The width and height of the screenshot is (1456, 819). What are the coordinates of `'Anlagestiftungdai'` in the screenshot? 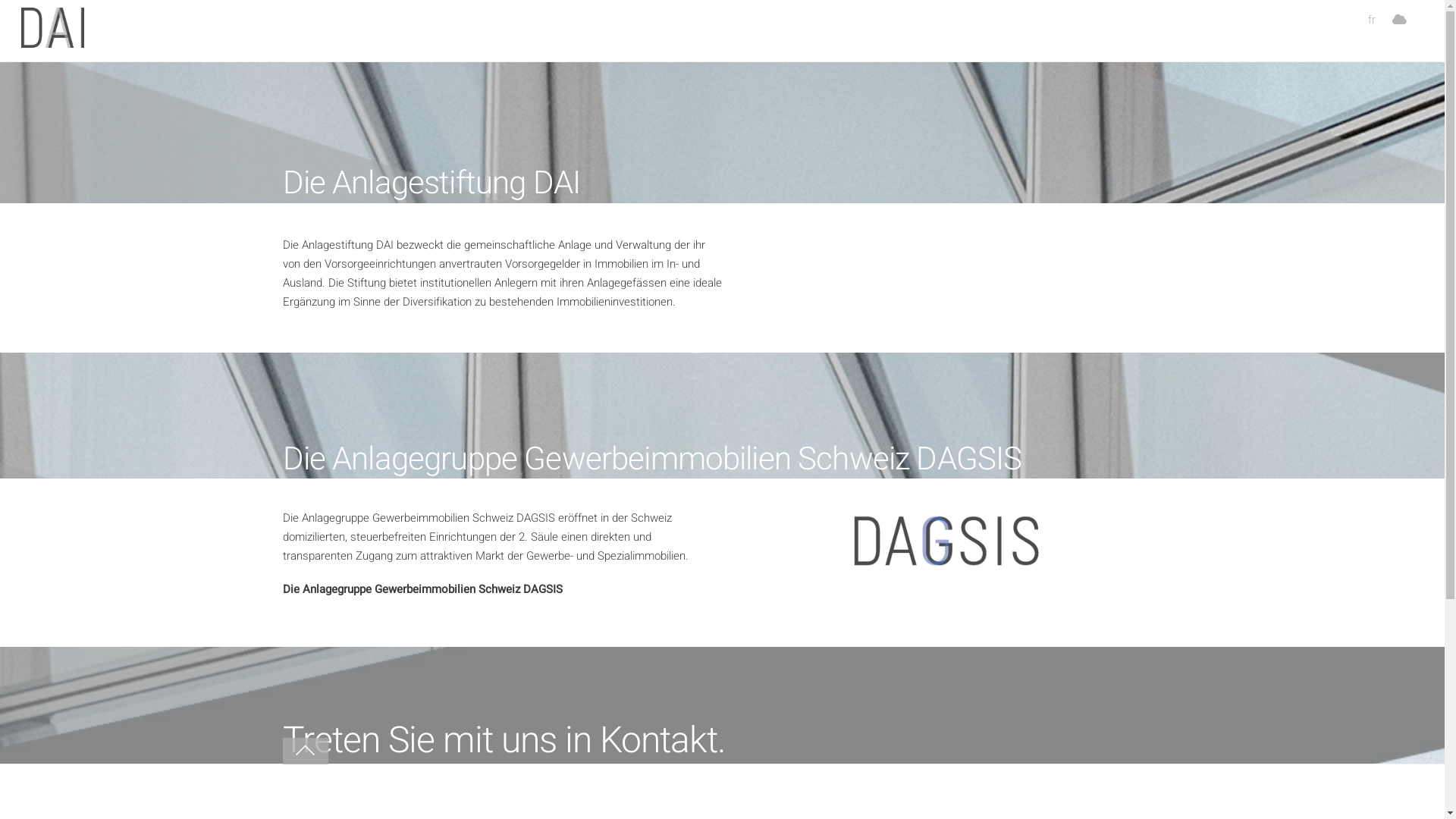 It's located at (52, 40).